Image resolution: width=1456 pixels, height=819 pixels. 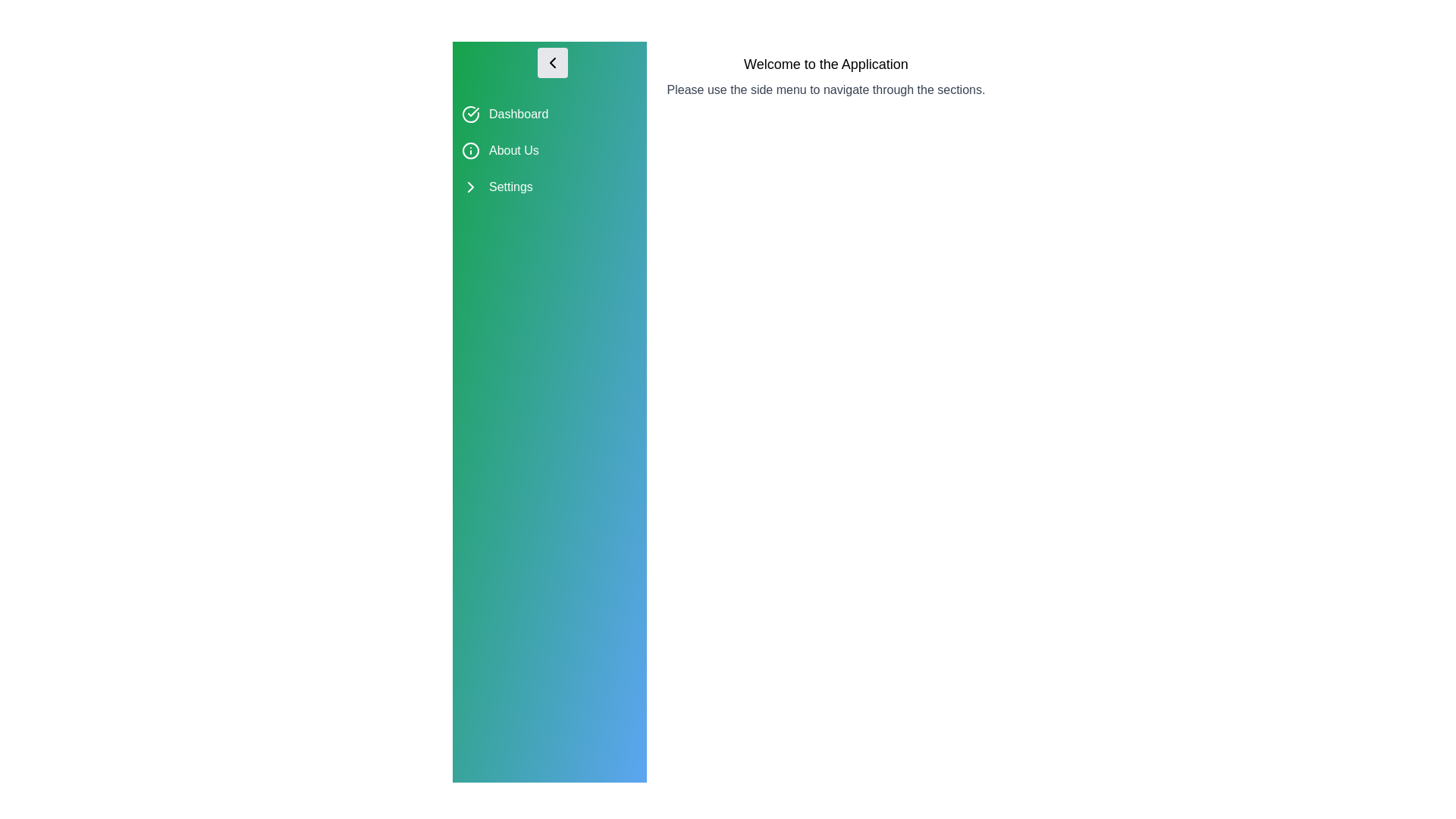 What do you see at coordinates (548, 151) in the screenshot?
I see `the menu item About Us to select it` at bounding box center [548, 151].